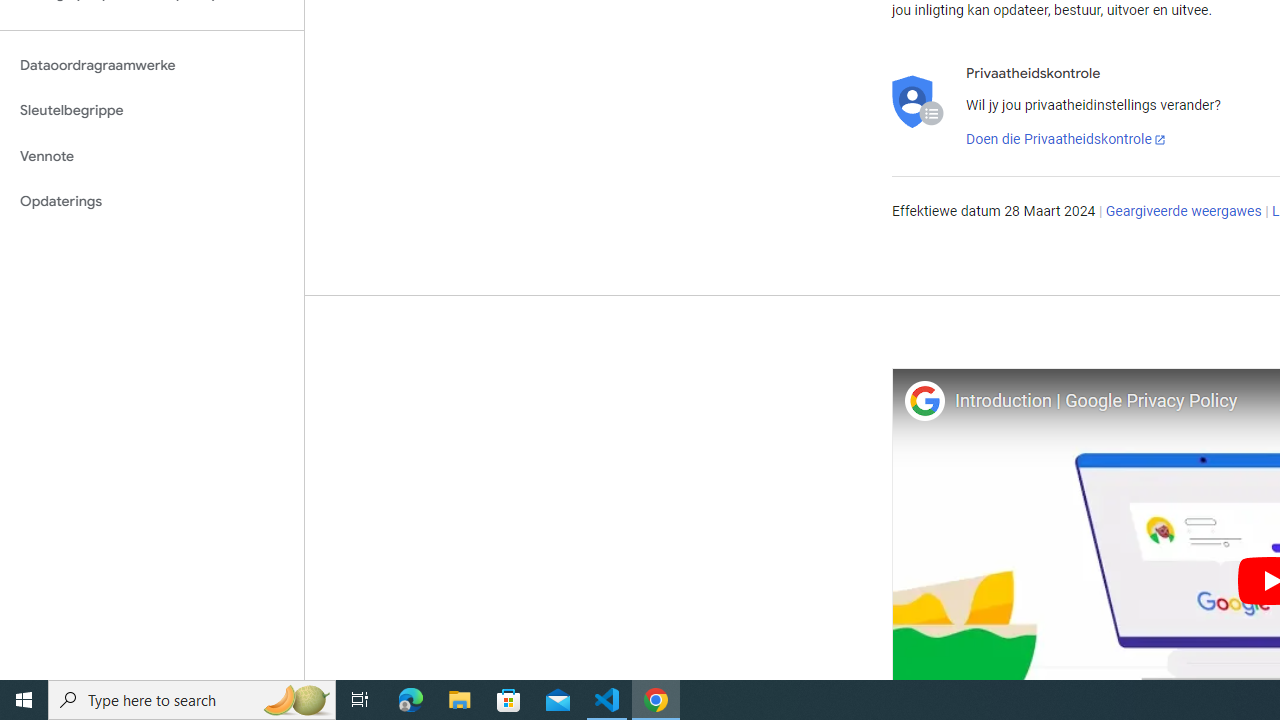  Describe the element at coordinates (923, 400) in the screenshot. I see `'Fotobeeld van Google'` at that location.